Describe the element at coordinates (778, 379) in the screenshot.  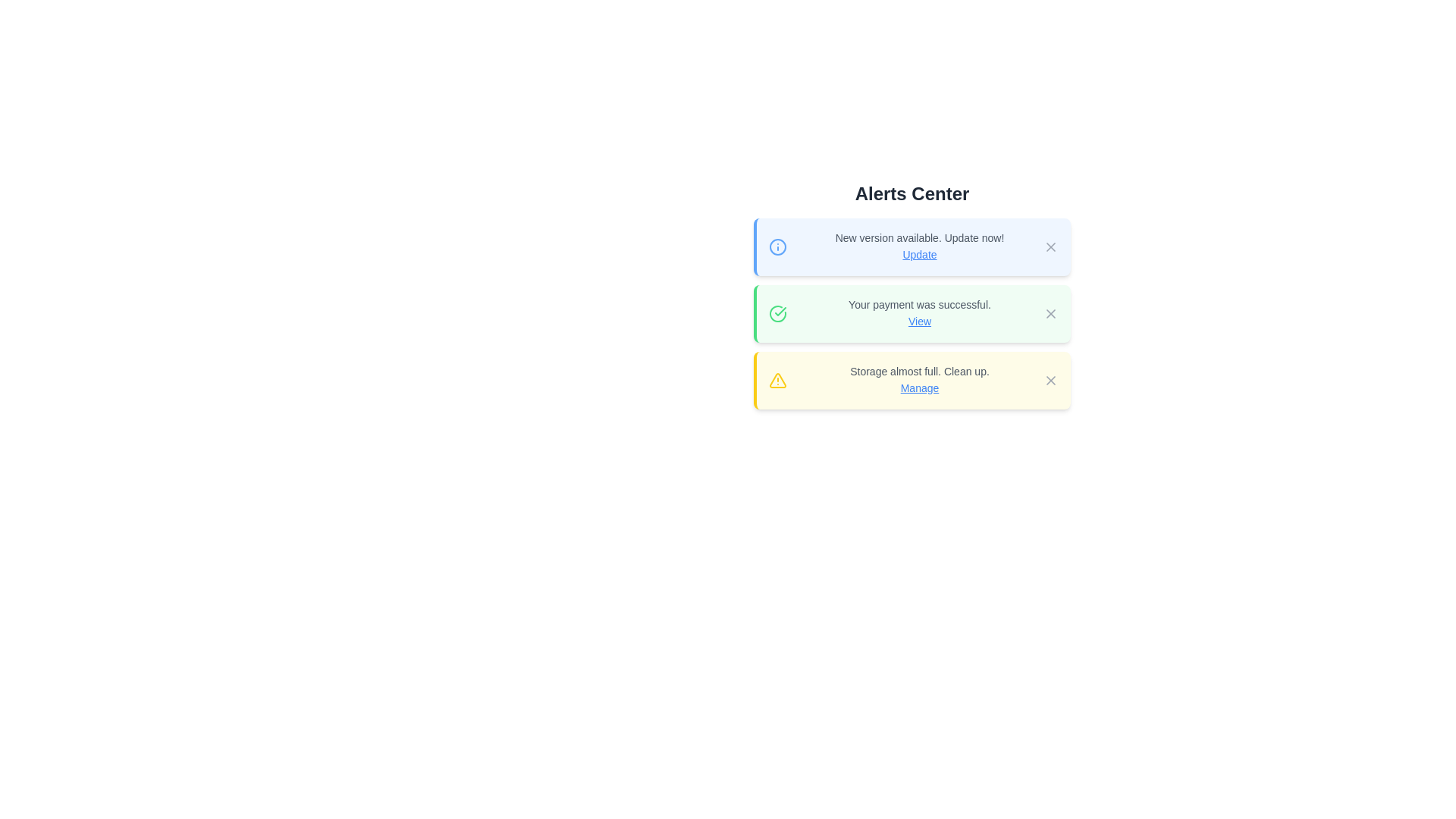
I see `the yellow triangular warning icon with a black outline and exclamation mark, located within the notification card that reads 'Storage almost full. Clean up. Manage'` at that location.